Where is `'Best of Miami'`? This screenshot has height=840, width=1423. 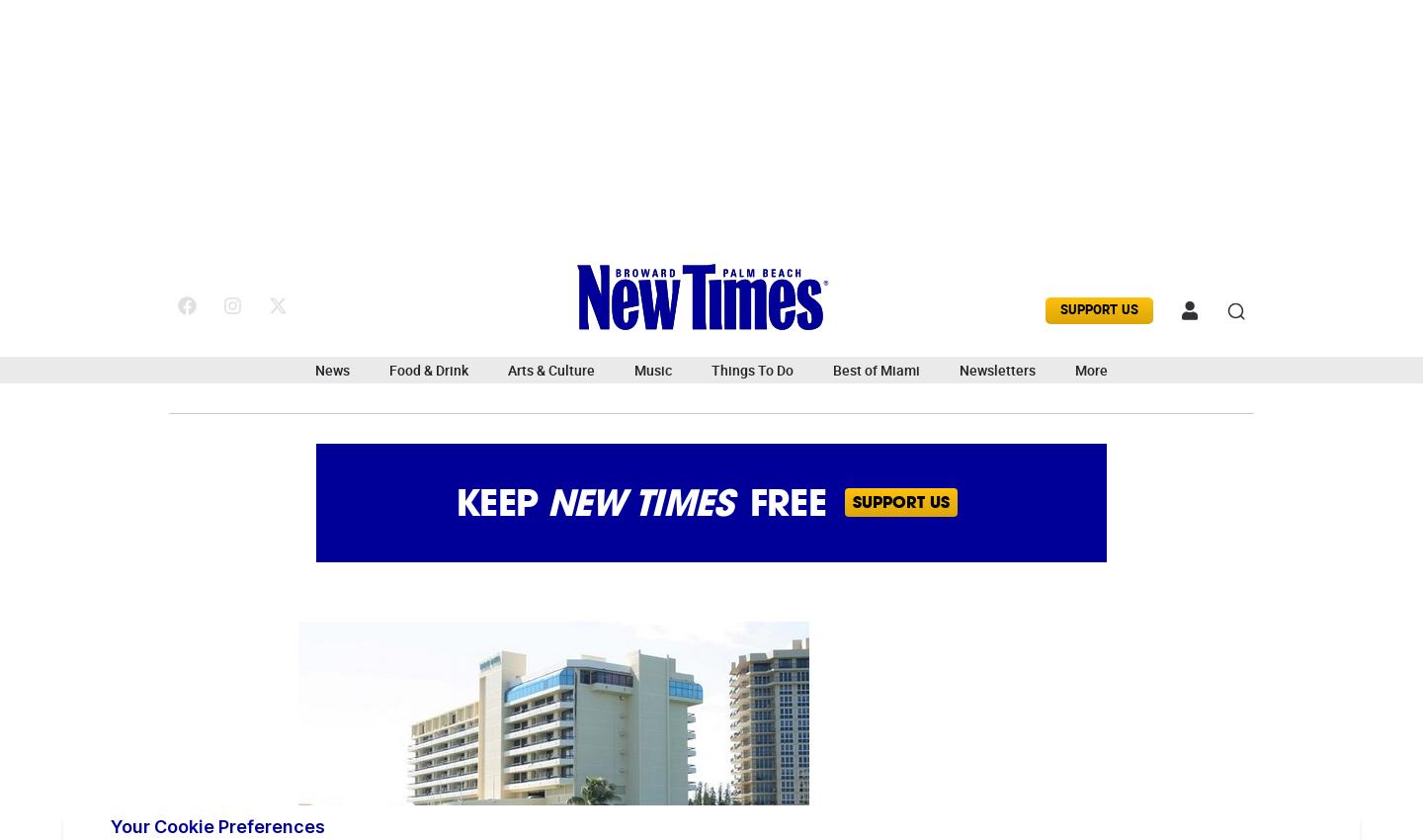 'Best of Miami' is located at coordinates (831, 370).